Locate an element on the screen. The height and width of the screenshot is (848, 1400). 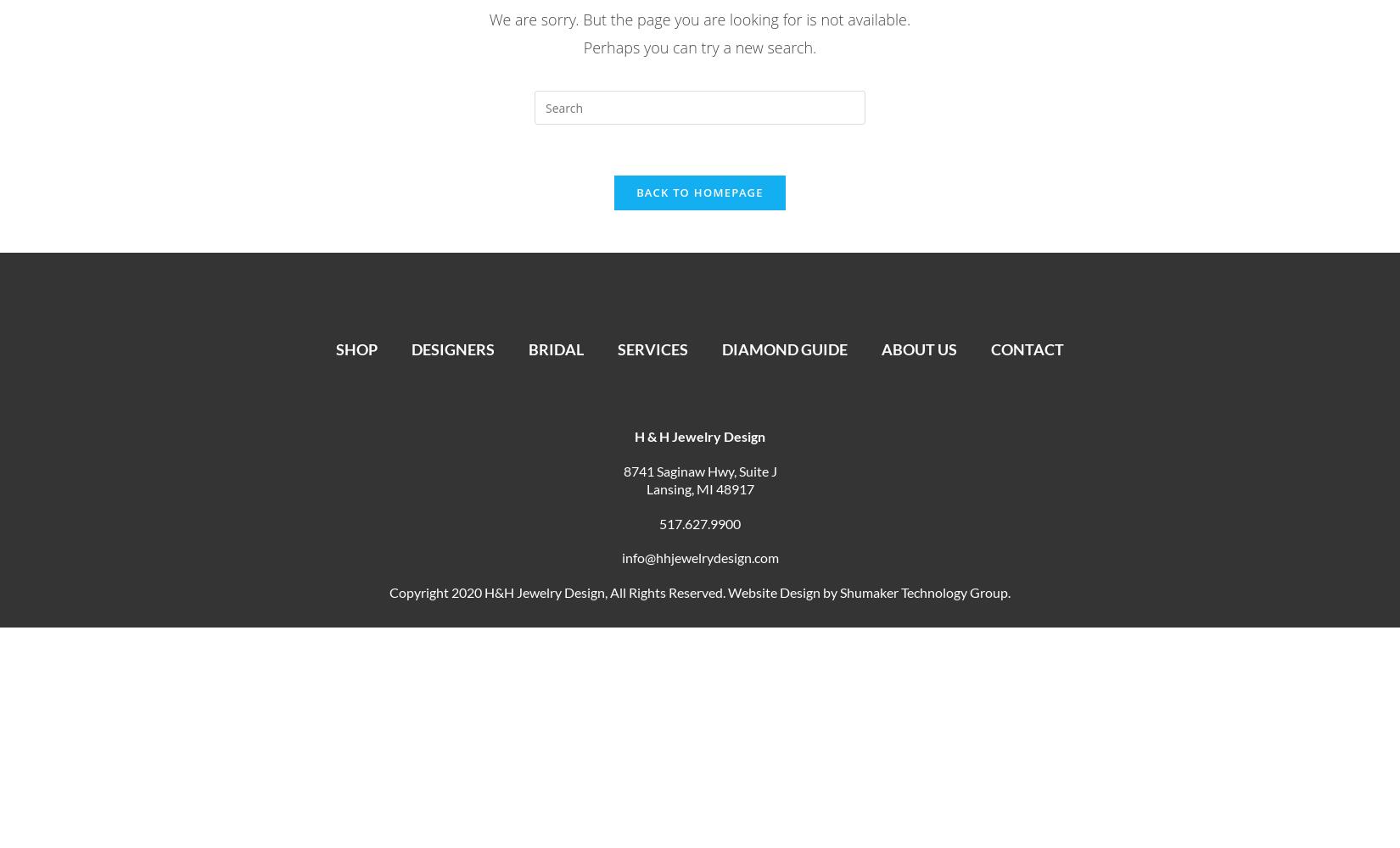
'info@hhjewelrydesign.com' is located at coordinates (698, 557).